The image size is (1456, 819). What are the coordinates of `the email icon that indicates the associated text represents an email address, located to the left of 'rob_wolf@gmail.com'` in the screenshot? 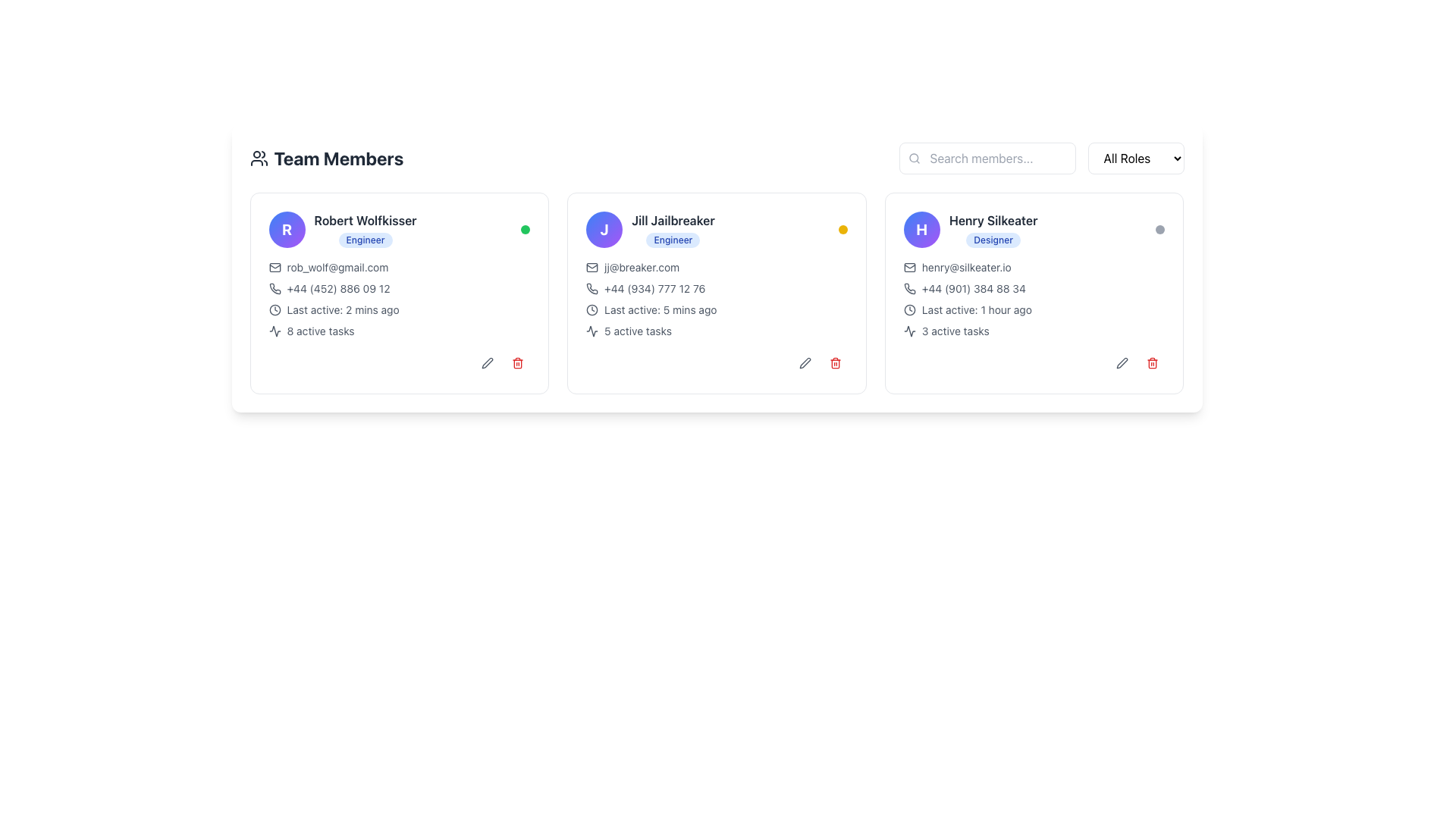 It's located at (275, 267).